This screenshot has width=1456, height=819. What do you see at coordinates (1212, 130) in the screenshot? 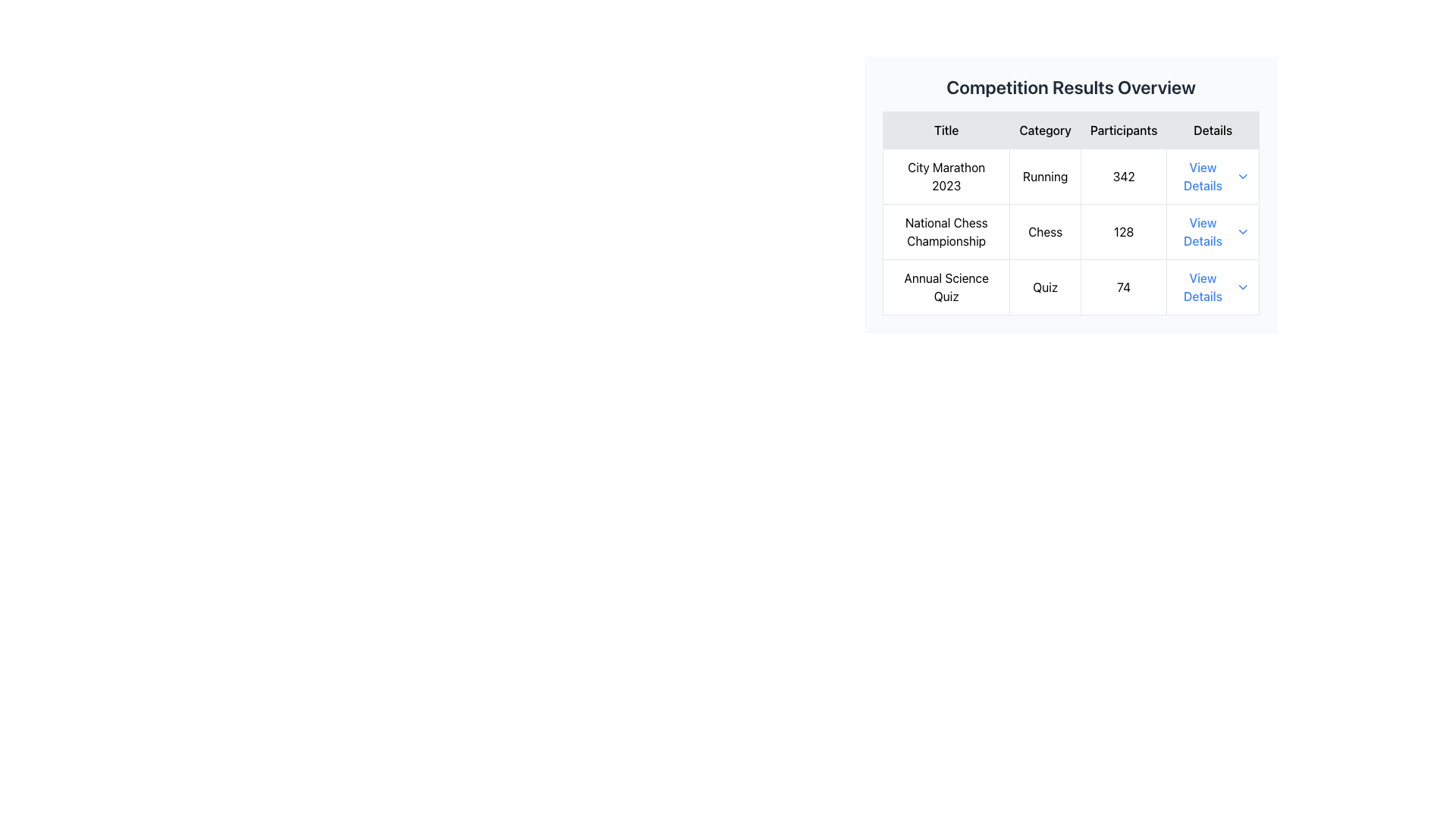
I see `the text label 'Details'` at bounding box center [1212, 130].